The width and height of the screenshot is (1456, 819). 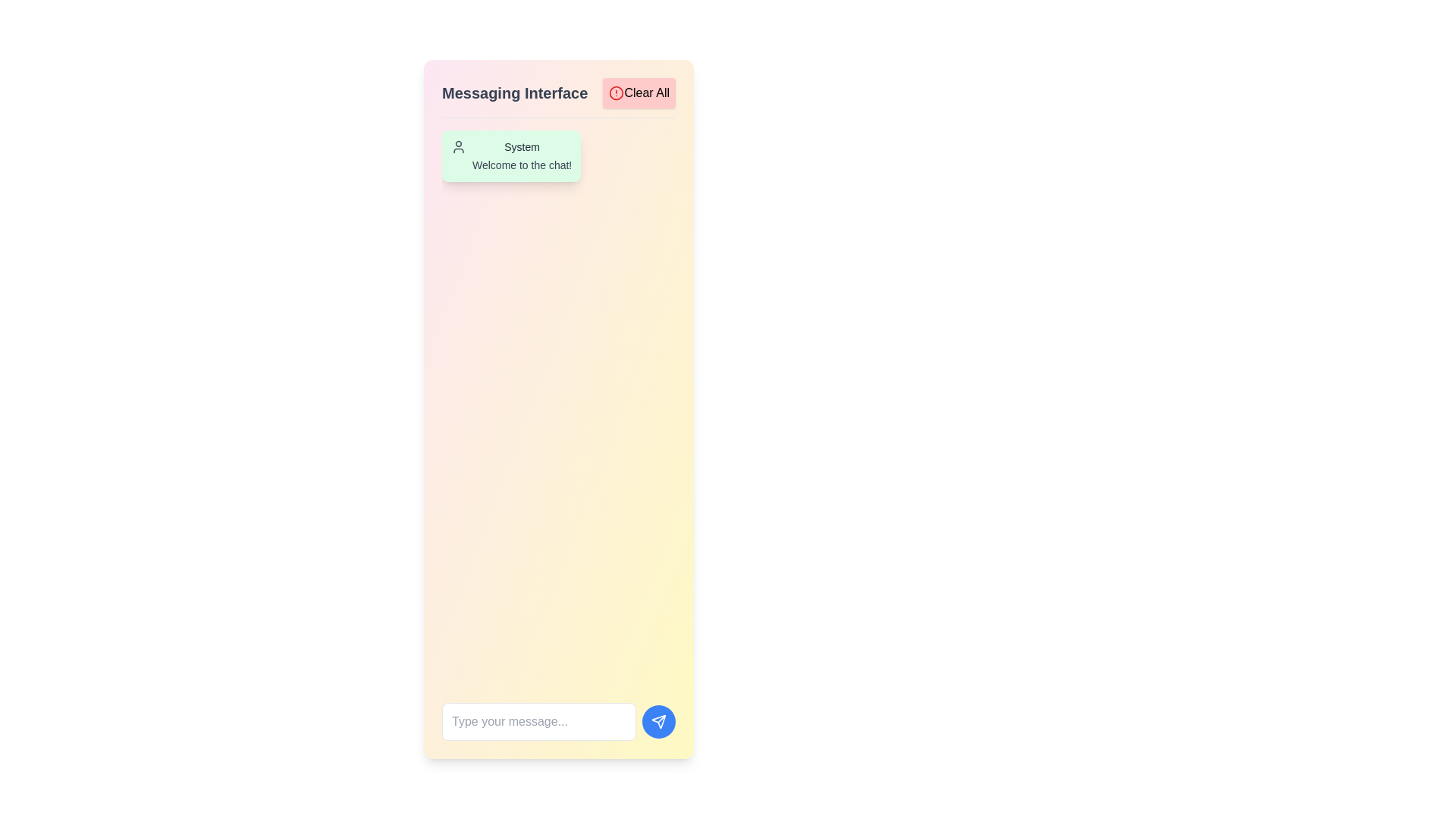 What do you see at coordinates (538, 721) in the screenshot?
I see `the Text Input Field located near the bottom center of the interface, to the left of the send button` at bounding box center [538, 721].